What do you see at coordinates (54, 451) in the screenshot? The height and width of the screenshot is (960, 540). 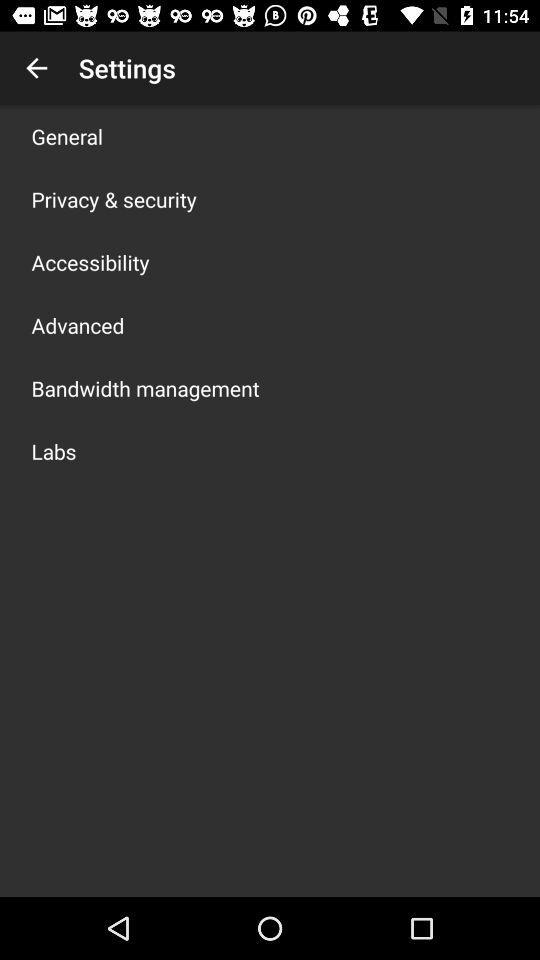 I see `the app below bandwidth management app` at bounding box center [54, 451].